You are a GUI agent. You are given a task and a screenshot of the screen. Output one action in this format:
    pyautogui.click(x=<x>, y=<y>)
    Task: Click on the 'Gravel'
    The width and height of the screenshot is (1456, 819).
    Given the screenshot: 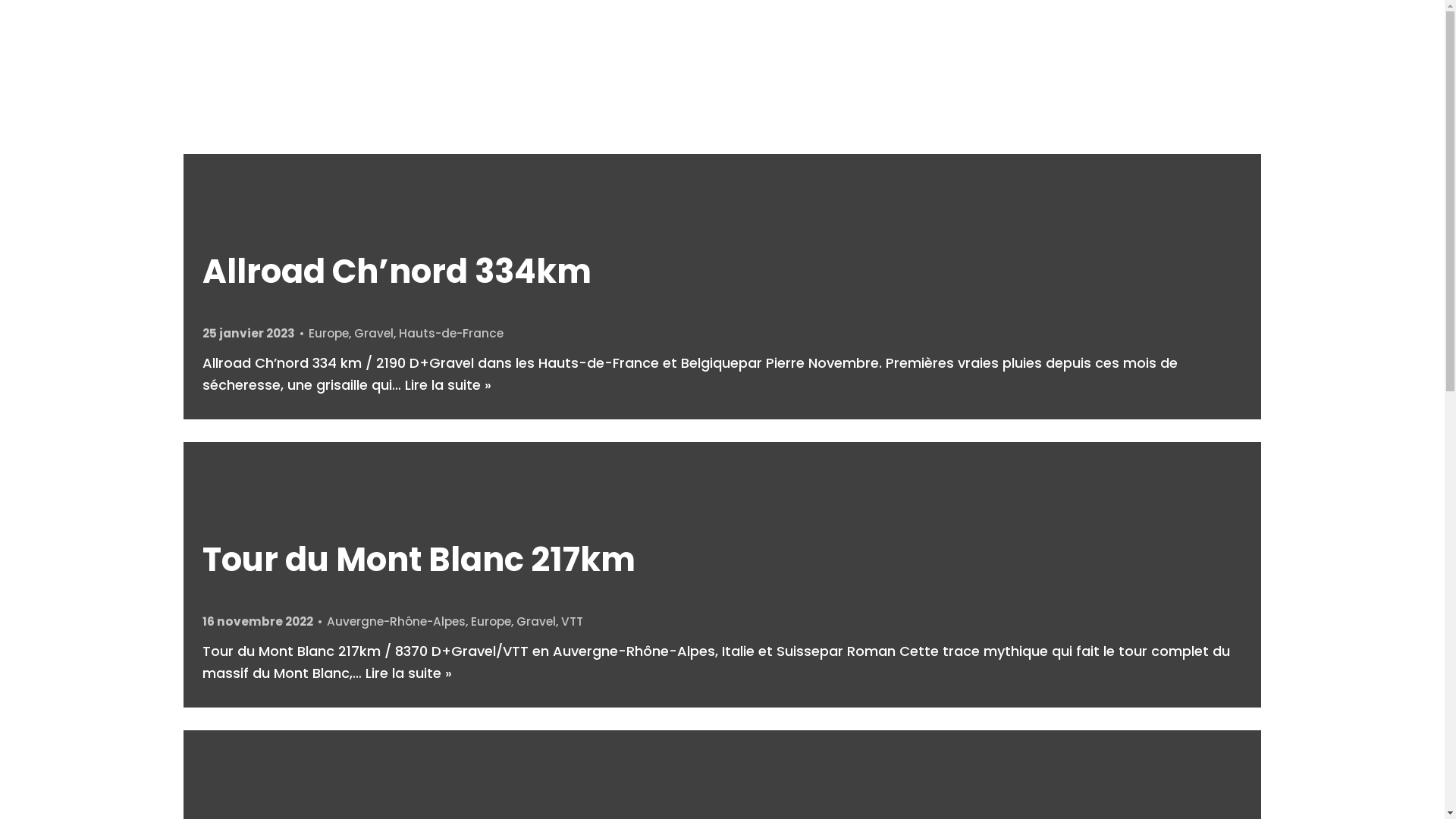 What is the action you would take?
    pyautogui.click(x=353, y=332)
    